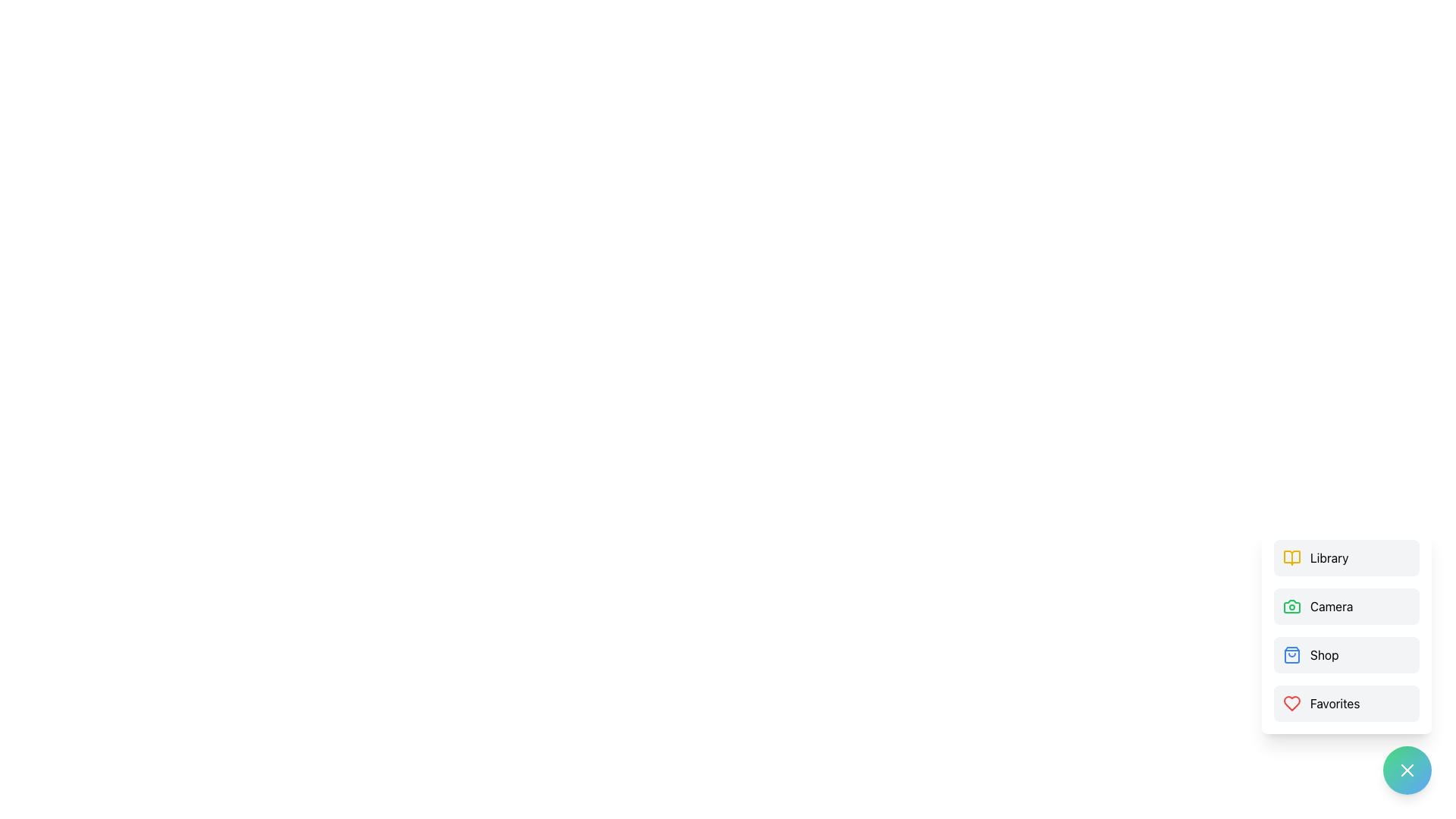 The image size is (1456, 819). What do you see at coordinates (1291, 704) in the screenshot?
I see `the red heart icon located in the bottom right menu` at bounding box center [1291, 704].